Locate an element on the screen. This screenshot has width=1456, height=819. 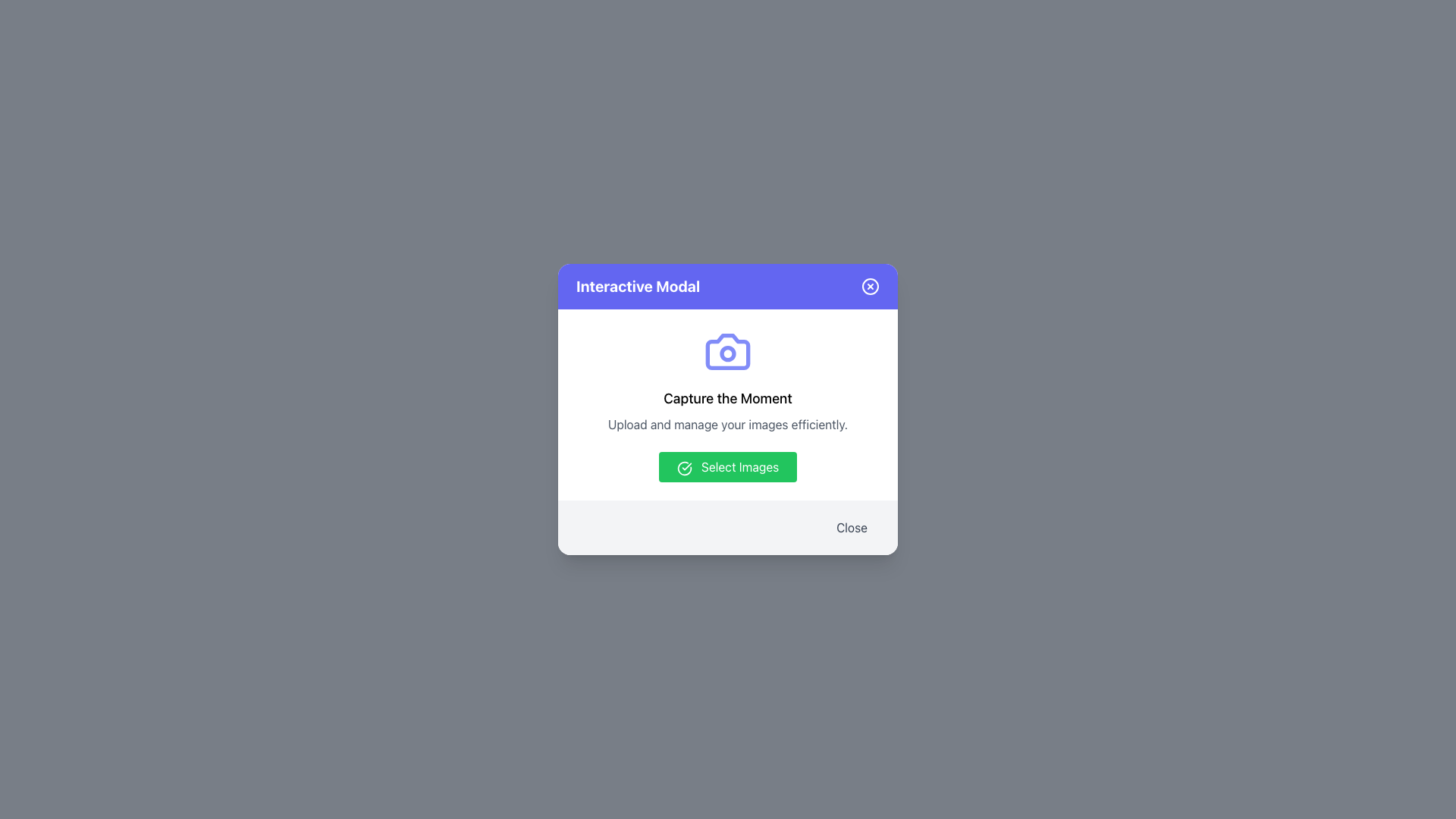
the close button located in the bottom-right corner of the light gray panel within the modal dialog is located at coordinates (852, 526).